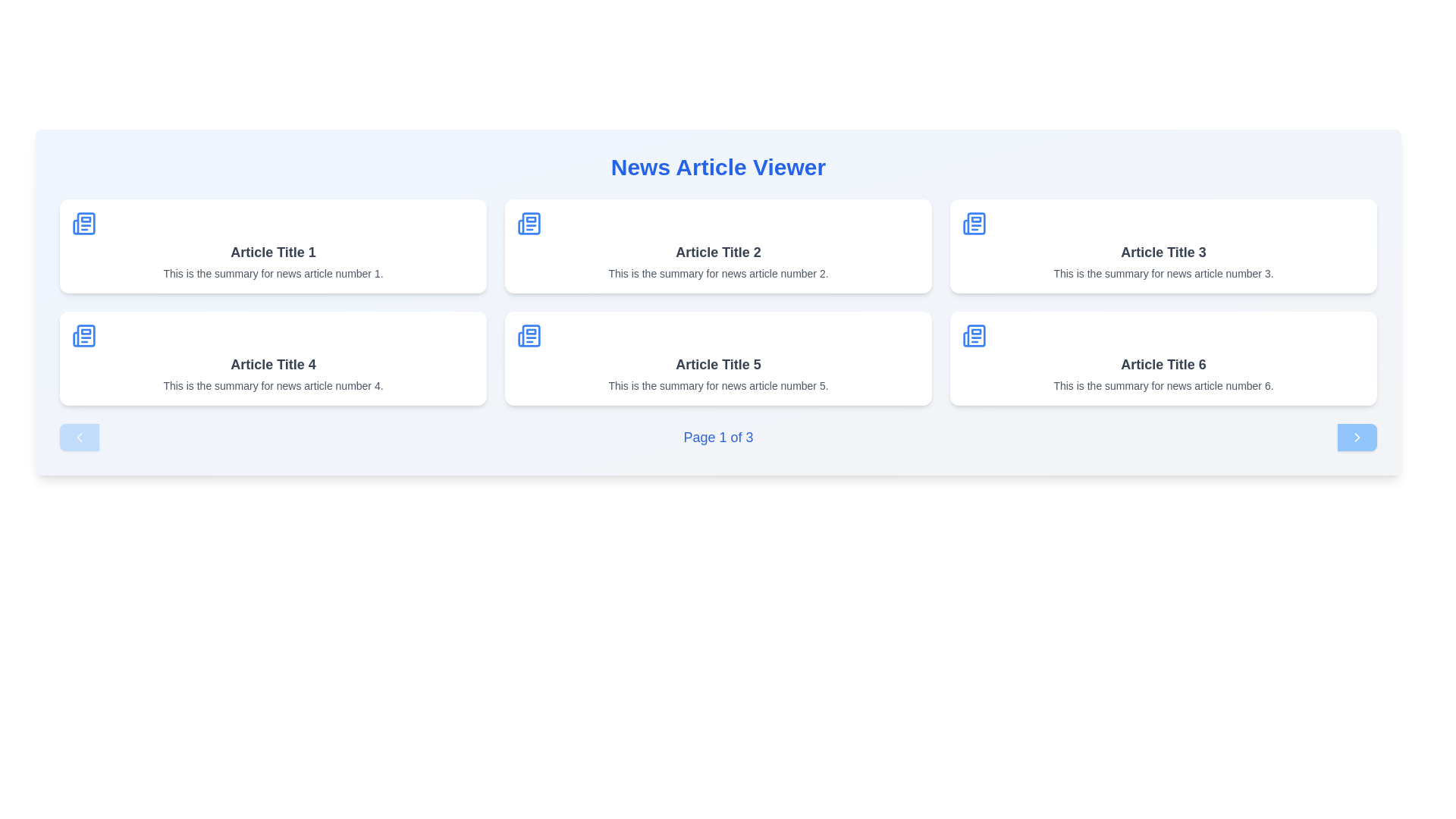  I want to click on small gray text located below the bold title 'Article Title 6' in the article card, so click(1163, 385).